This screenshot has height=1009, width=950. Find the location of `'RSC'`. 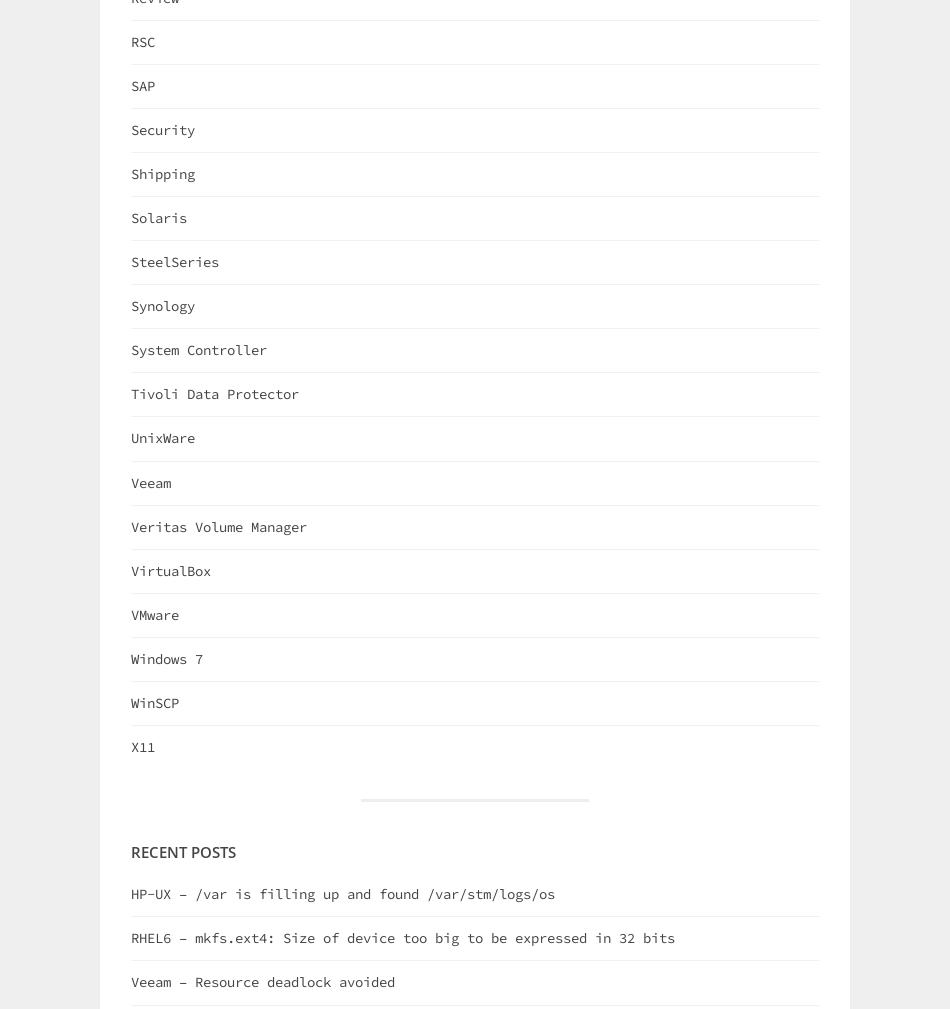

'RSC' is located at coordinates (142, 39).